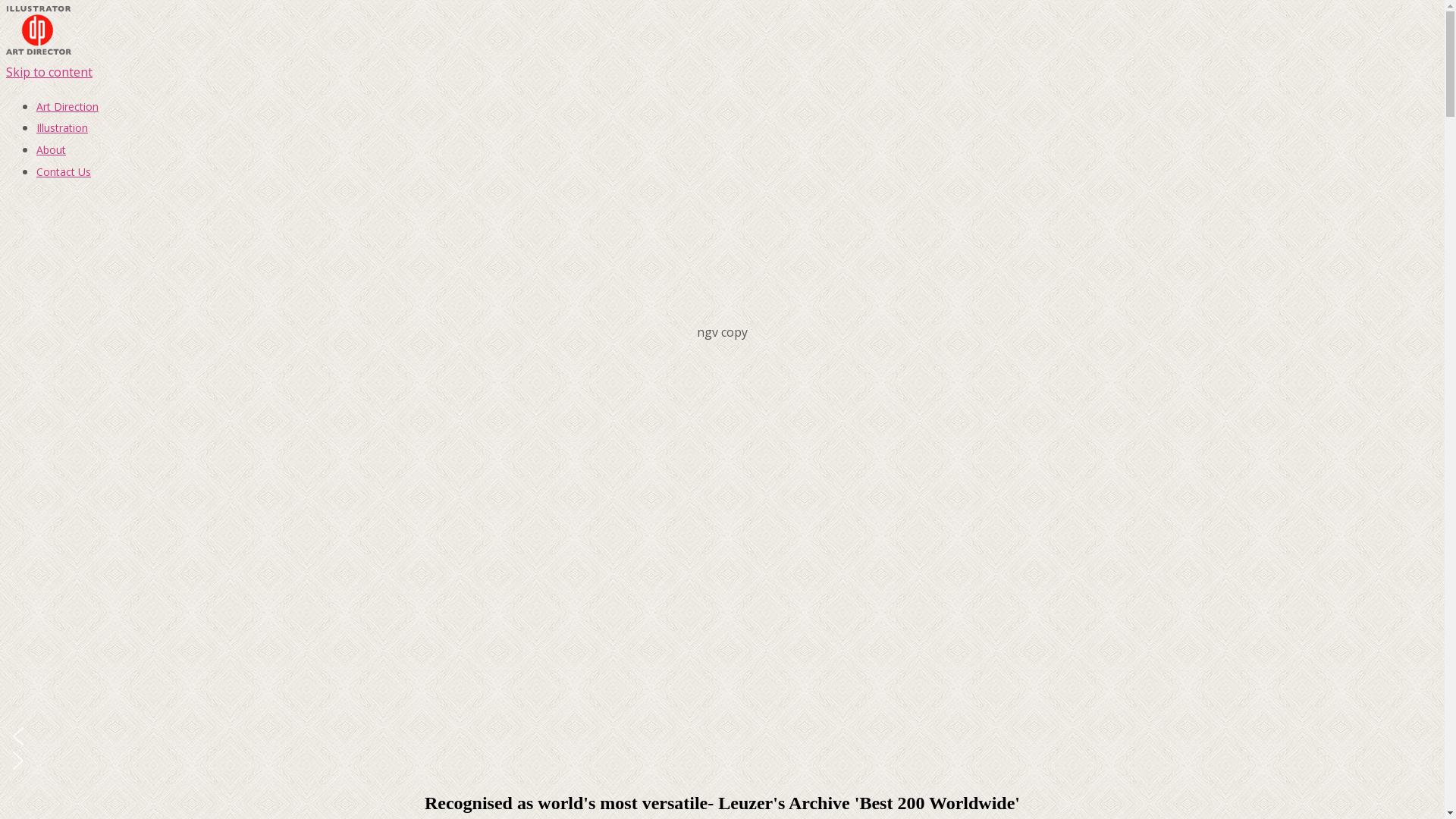  Describe the element at coordinates (67, 105) in the screenshot. I see `'Art Direction'` at that location.